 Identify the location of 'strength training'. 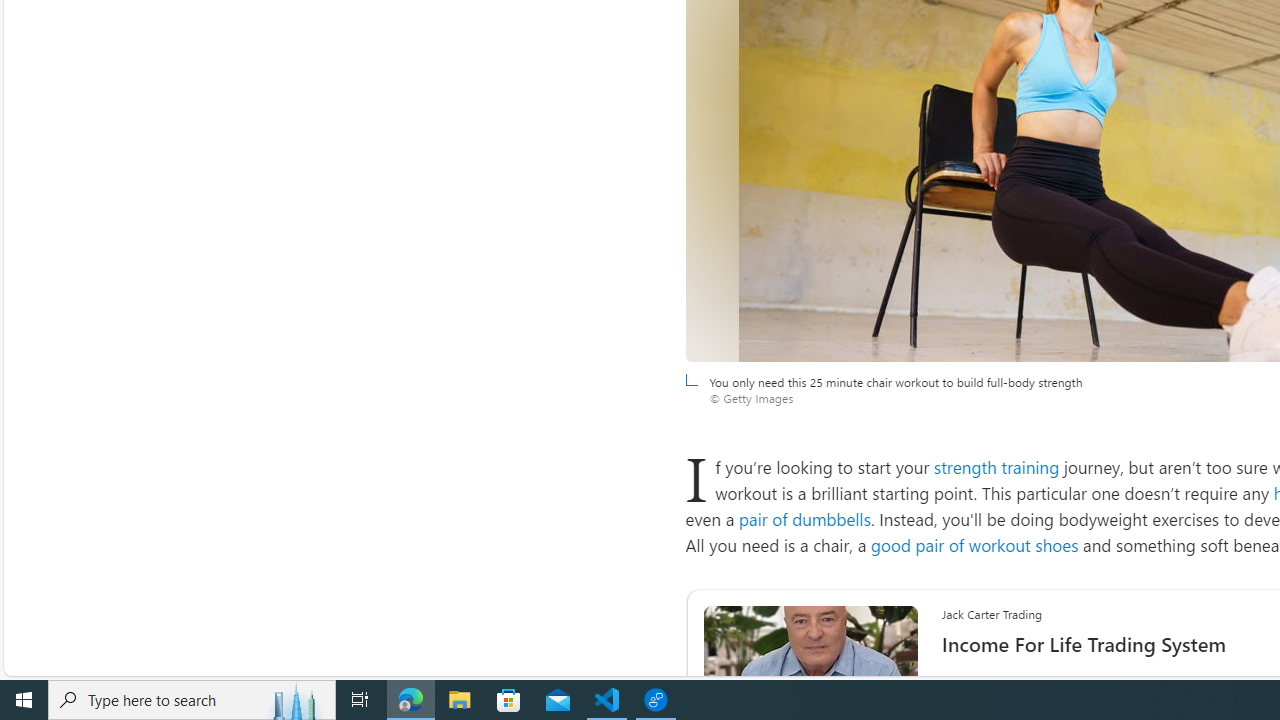
(997, 466).